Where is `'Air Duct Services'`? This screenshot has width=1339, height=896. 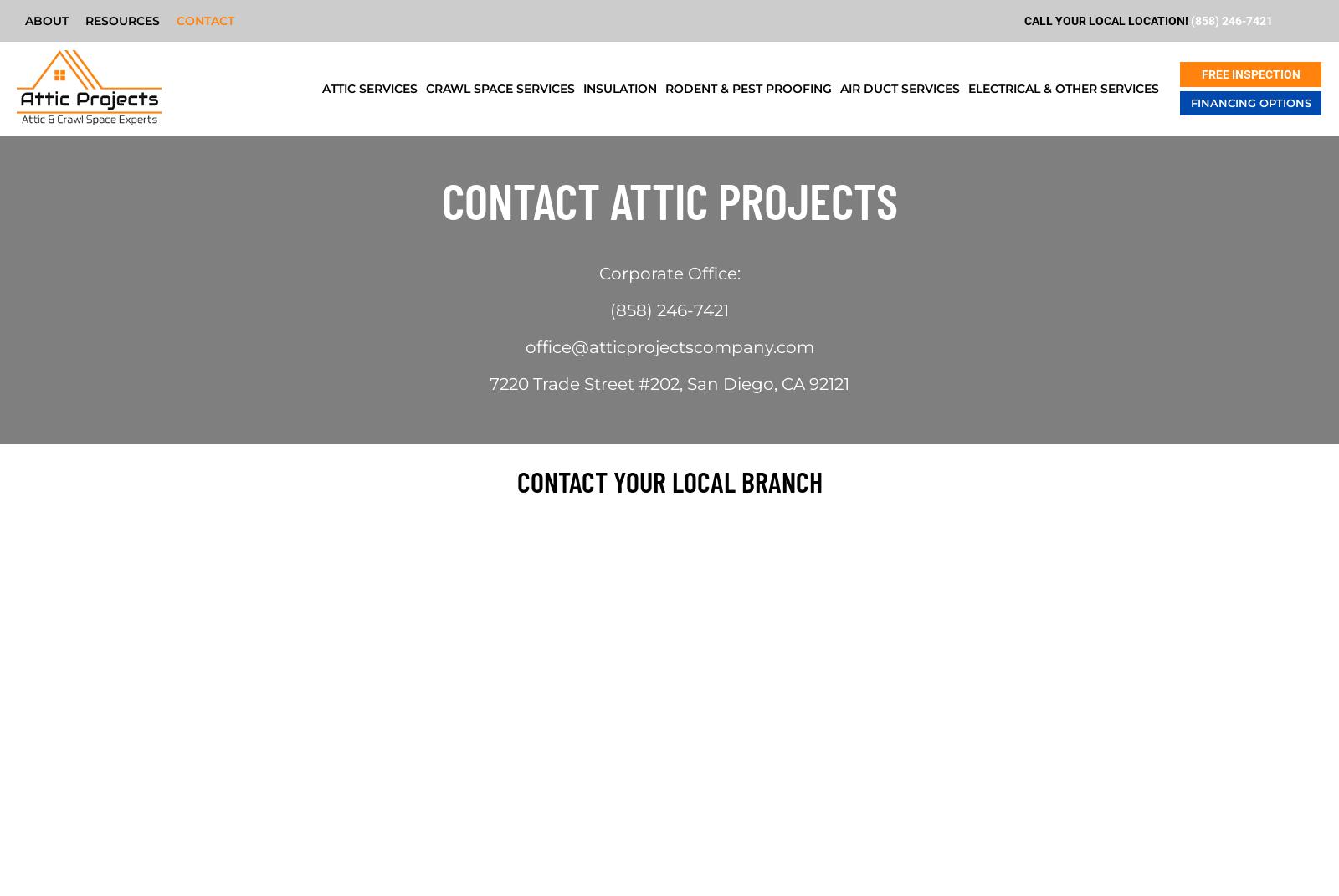 'Air Duct Services' is located at coordinates (900, 89).